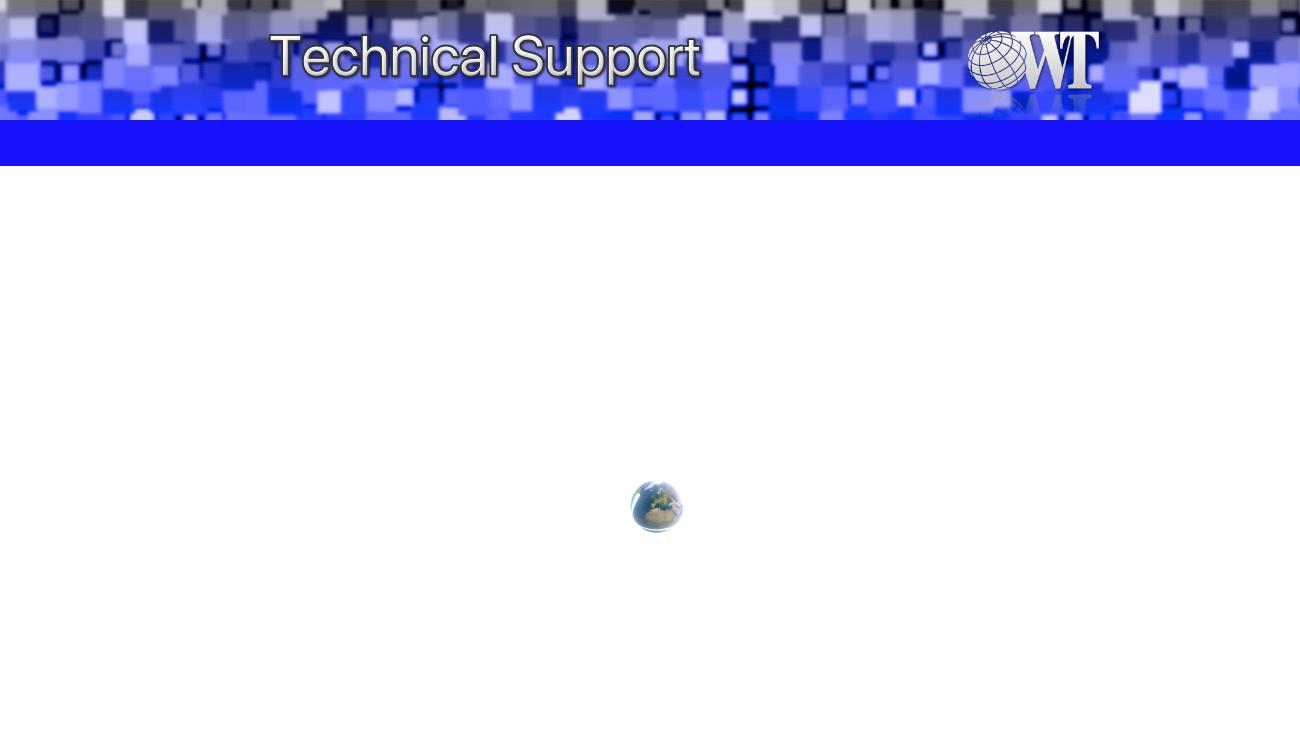 Image resolution: width=1300 pixels, height=745 pixels. I want to click on 'OWT Services', so click(745, 141).